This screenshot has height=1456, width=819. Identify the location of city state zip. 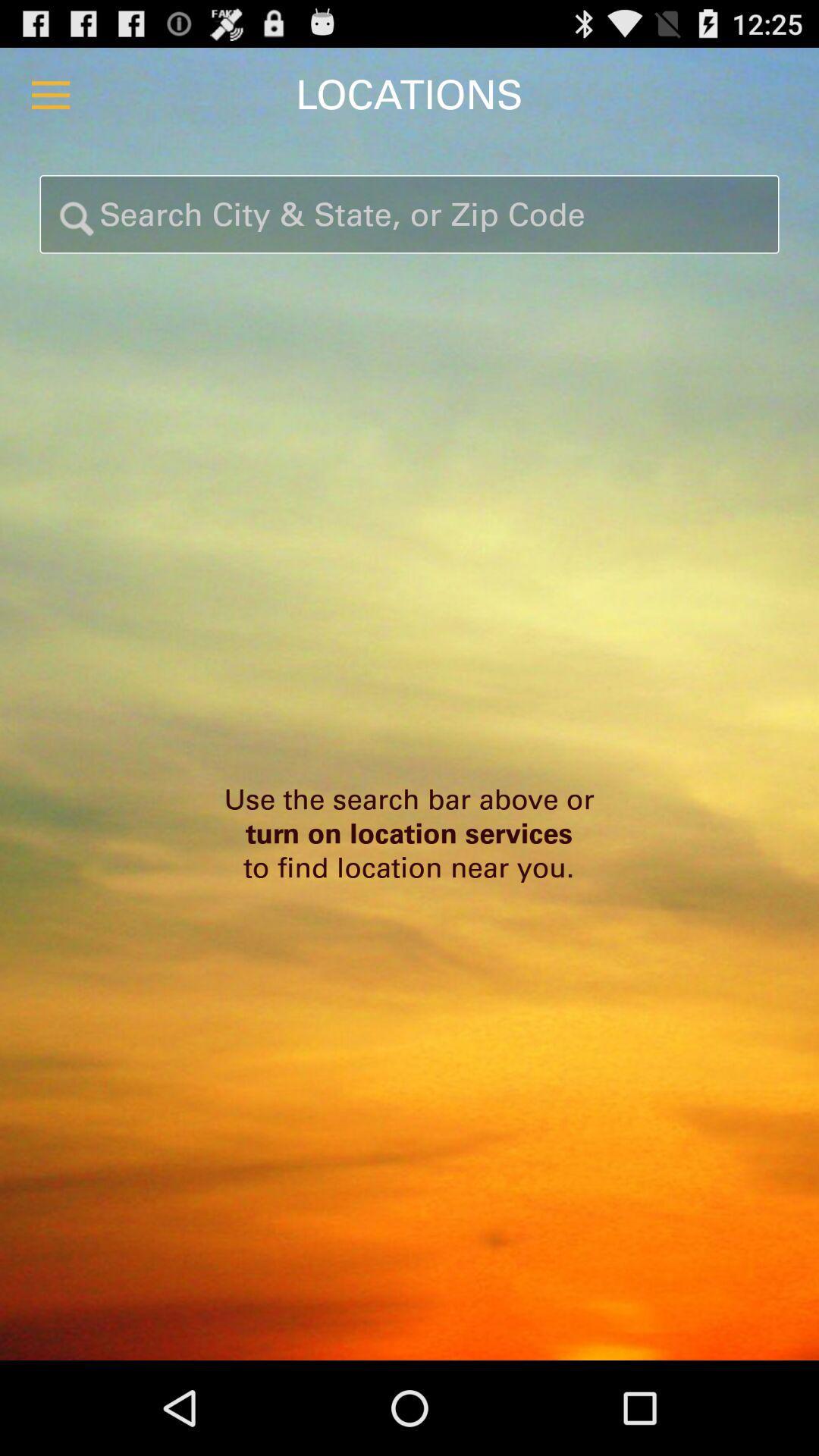
(409, 213).